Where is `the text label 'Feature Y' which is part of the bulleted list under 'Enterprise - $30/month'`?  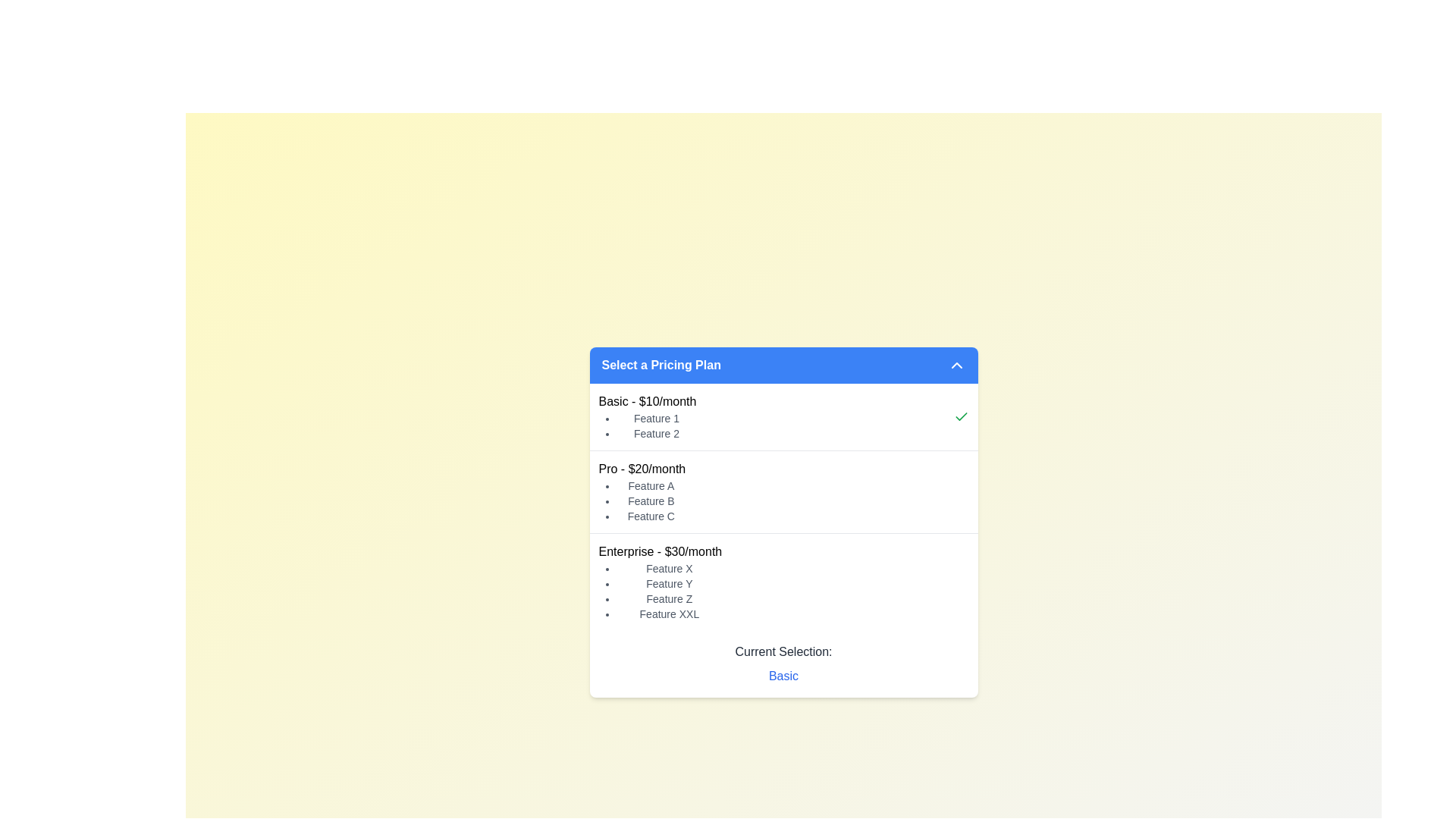 the text label 'Feature Y' which is part of the bulleted list under 'Enterprise - $30/month' is located at coordinates (668, 583).